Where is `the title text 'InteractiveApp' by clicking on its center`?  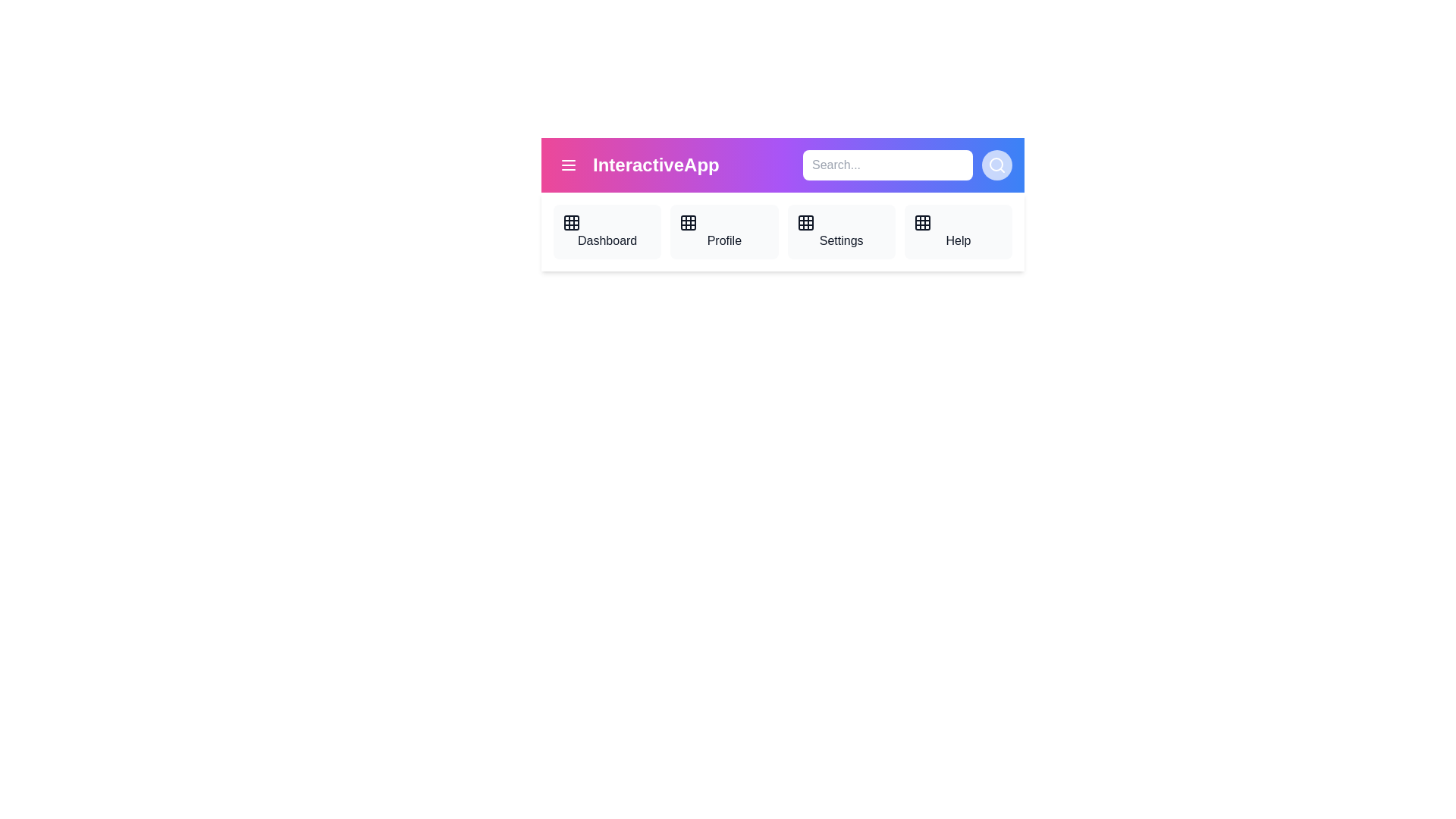
the title text 'InteractiveApp' by clicking on its center is located at coordinates (656, 165).